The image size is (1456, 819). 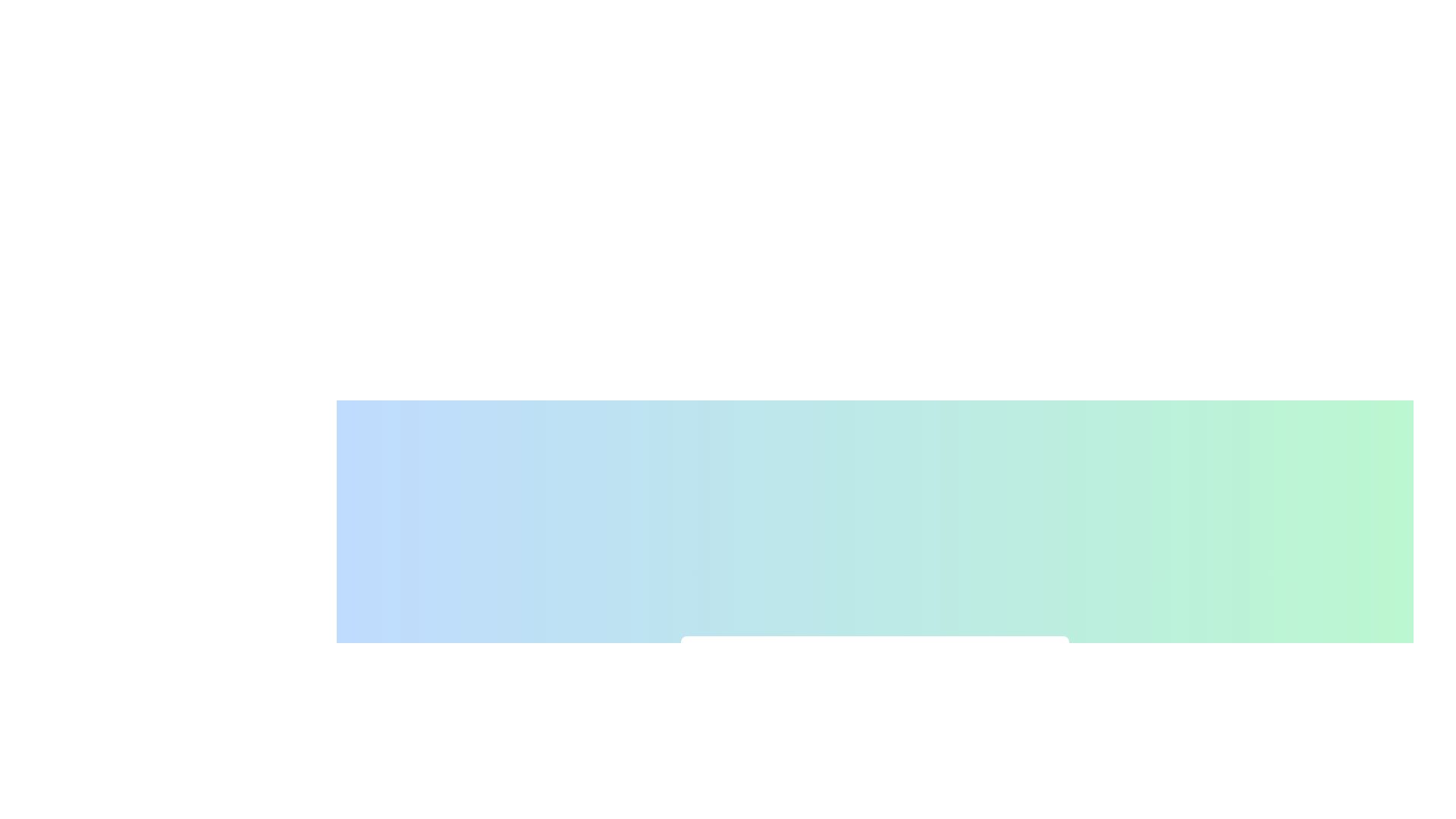 I want to click on the slider value, so click(x=928, y=741).